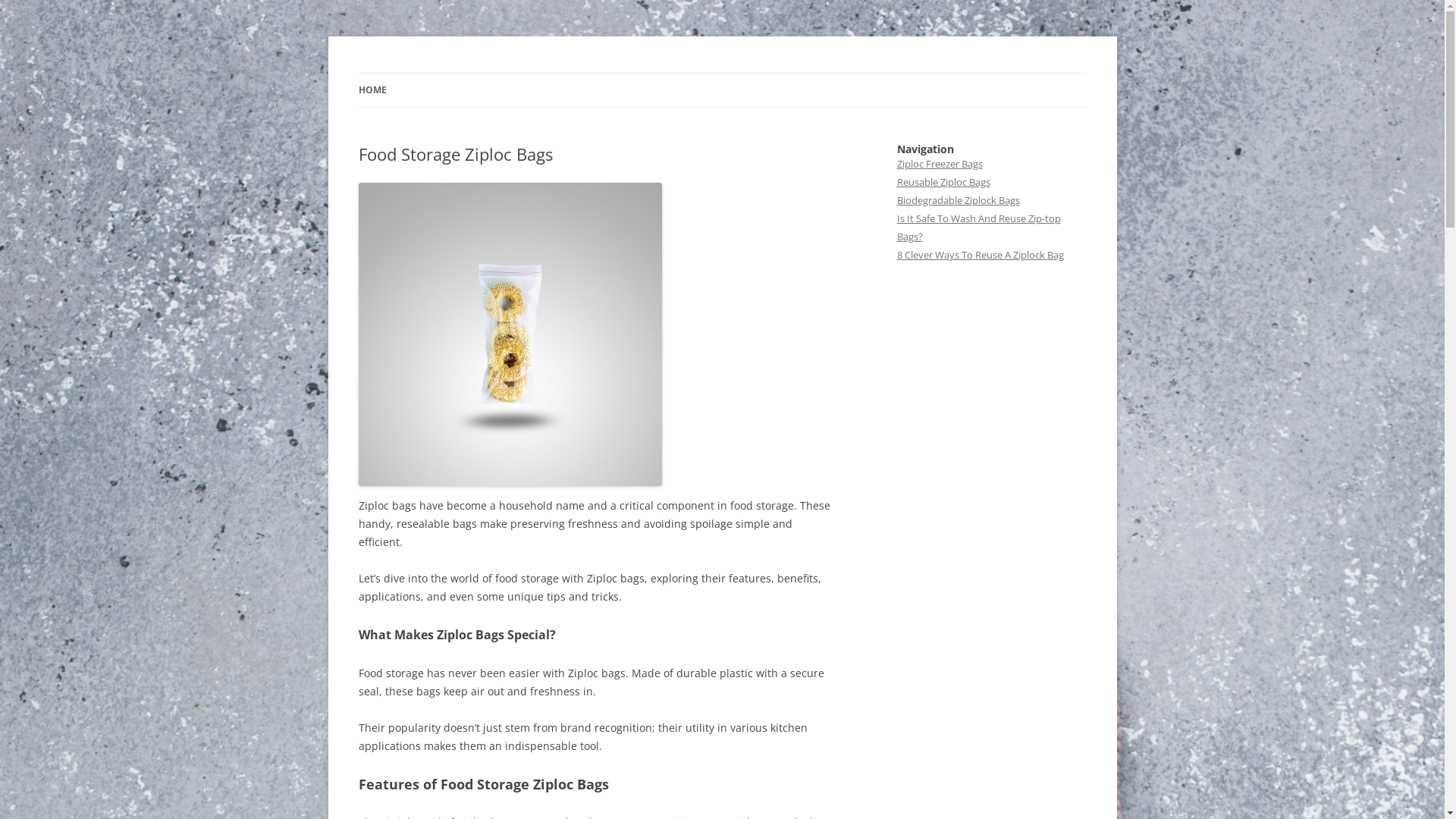  What do you see at coordinates (896, 180) in the screenshot?
I see `'Reusable Ziploc Bags'` at bounding box center [896, 180].